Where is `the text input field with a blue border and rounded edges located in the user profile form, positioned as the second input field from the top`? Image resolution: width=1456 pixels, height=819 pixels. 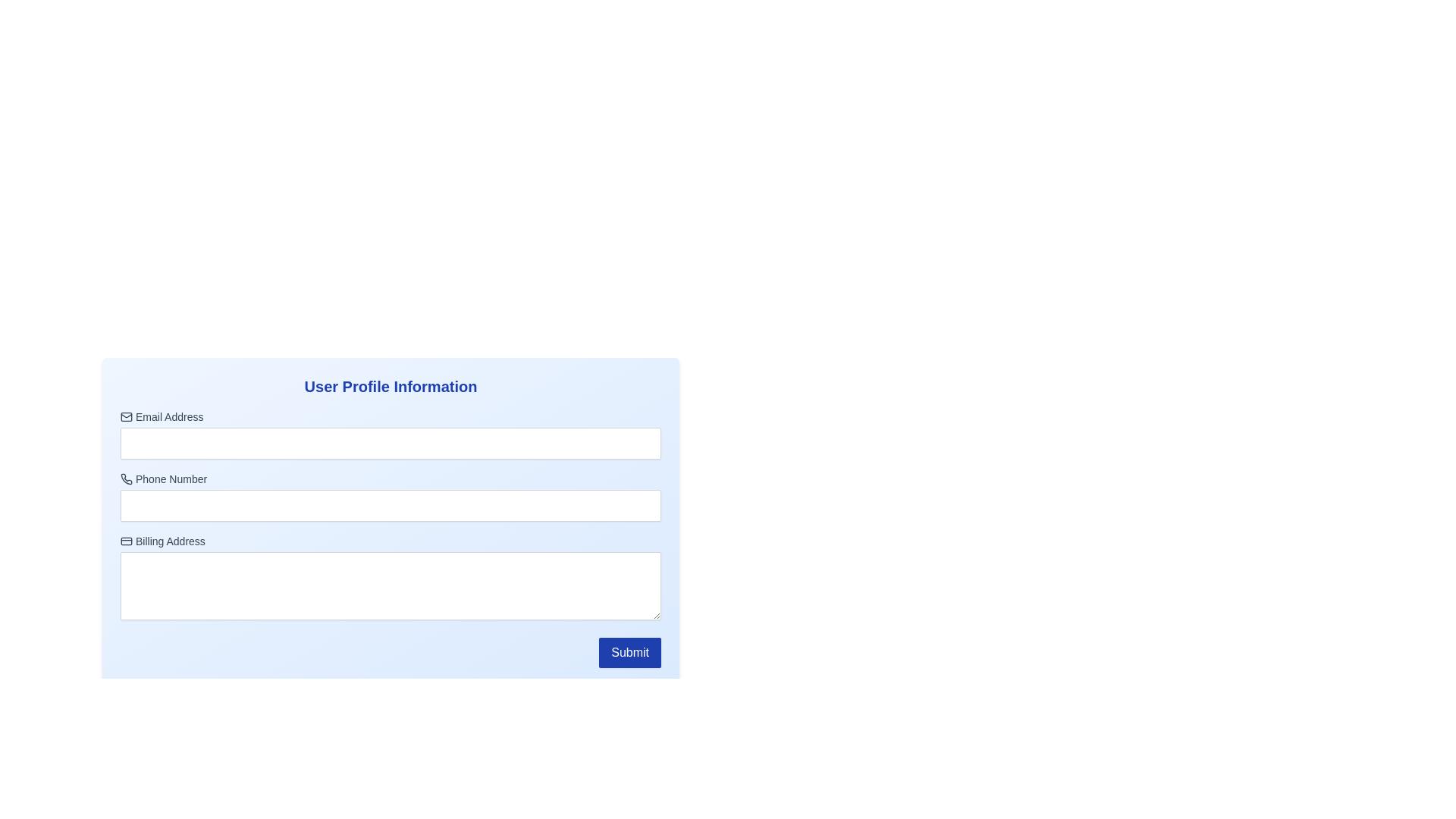
the text input field with a blue border and rounded edges located in the user profile form, positioned as the second input field from the top is located at coordinates (391, 509).